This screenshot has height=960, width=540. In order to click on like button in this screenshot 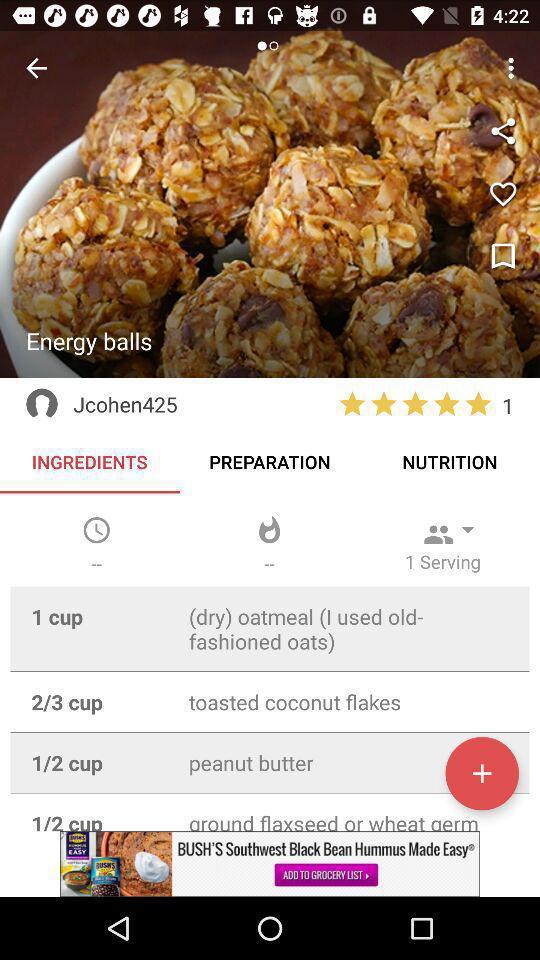, I will do `click(502, 256)`.